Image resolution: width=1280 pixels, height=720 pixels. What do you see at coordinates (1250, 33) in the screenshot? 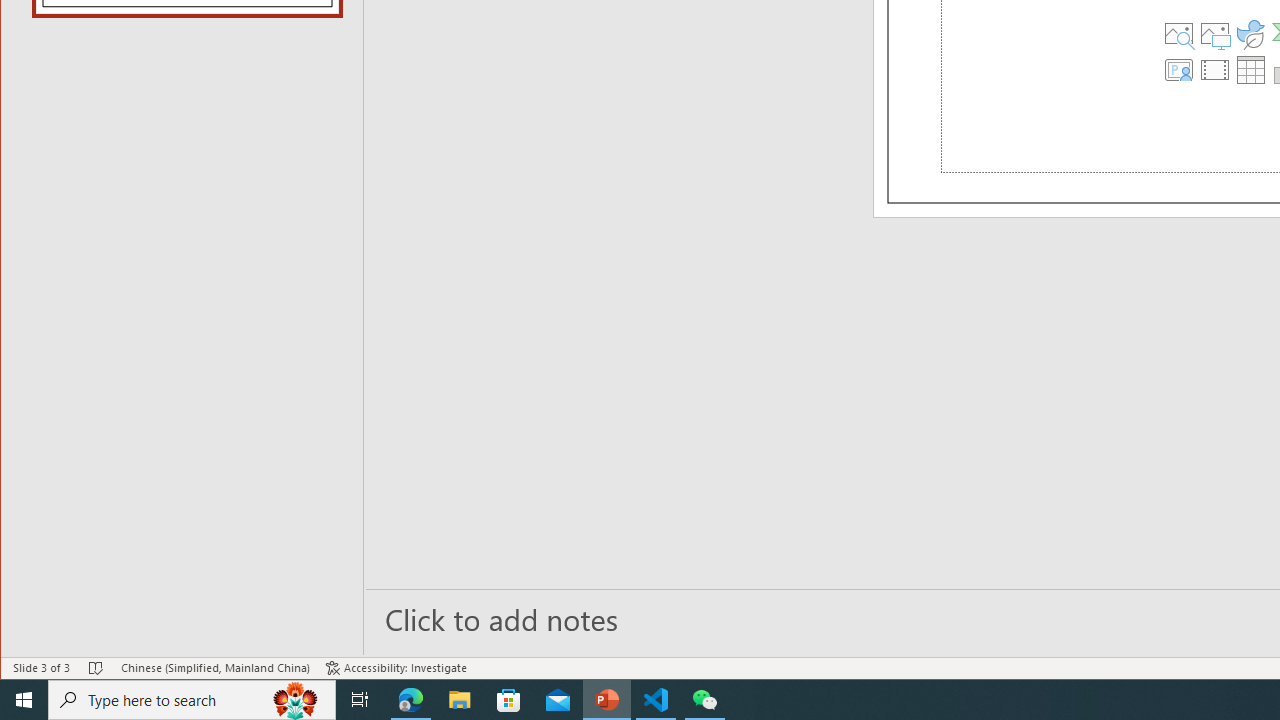
I see `'Insert an Icon'` at bounding box center [1250, 33].